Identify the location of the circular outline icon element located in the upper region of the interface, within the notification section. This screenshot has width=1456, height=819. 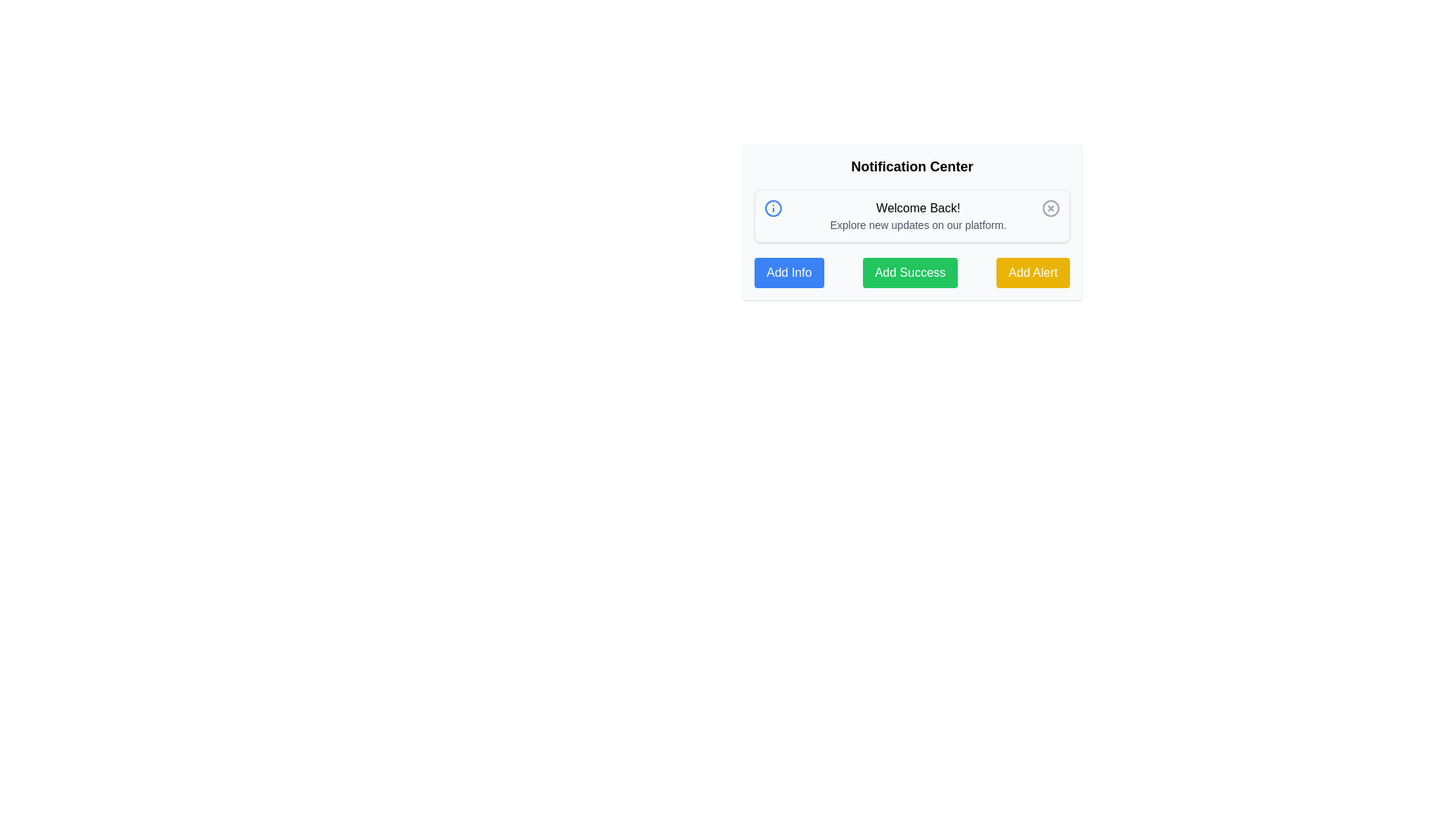
(1050, 208).